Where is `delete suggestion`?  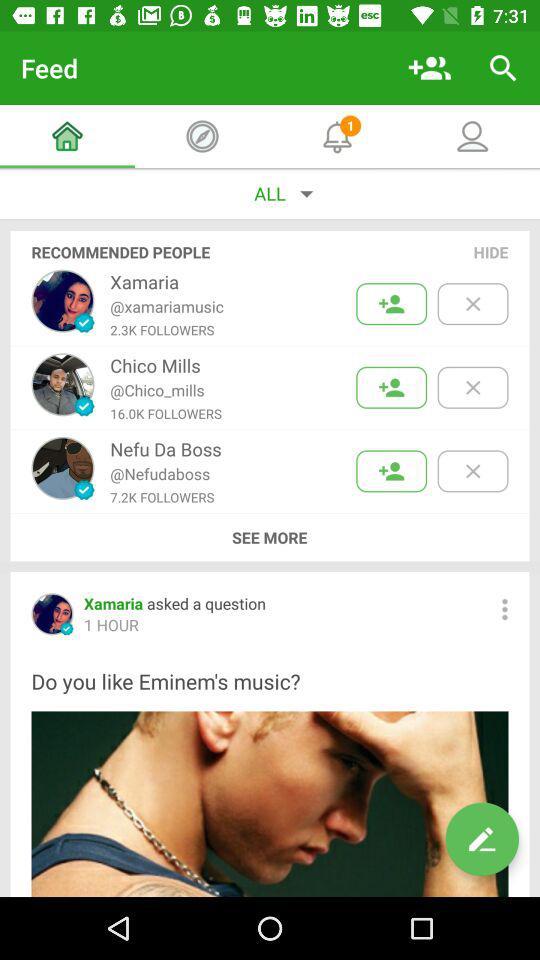 delete suggestion is located at coordinates (472, 386).